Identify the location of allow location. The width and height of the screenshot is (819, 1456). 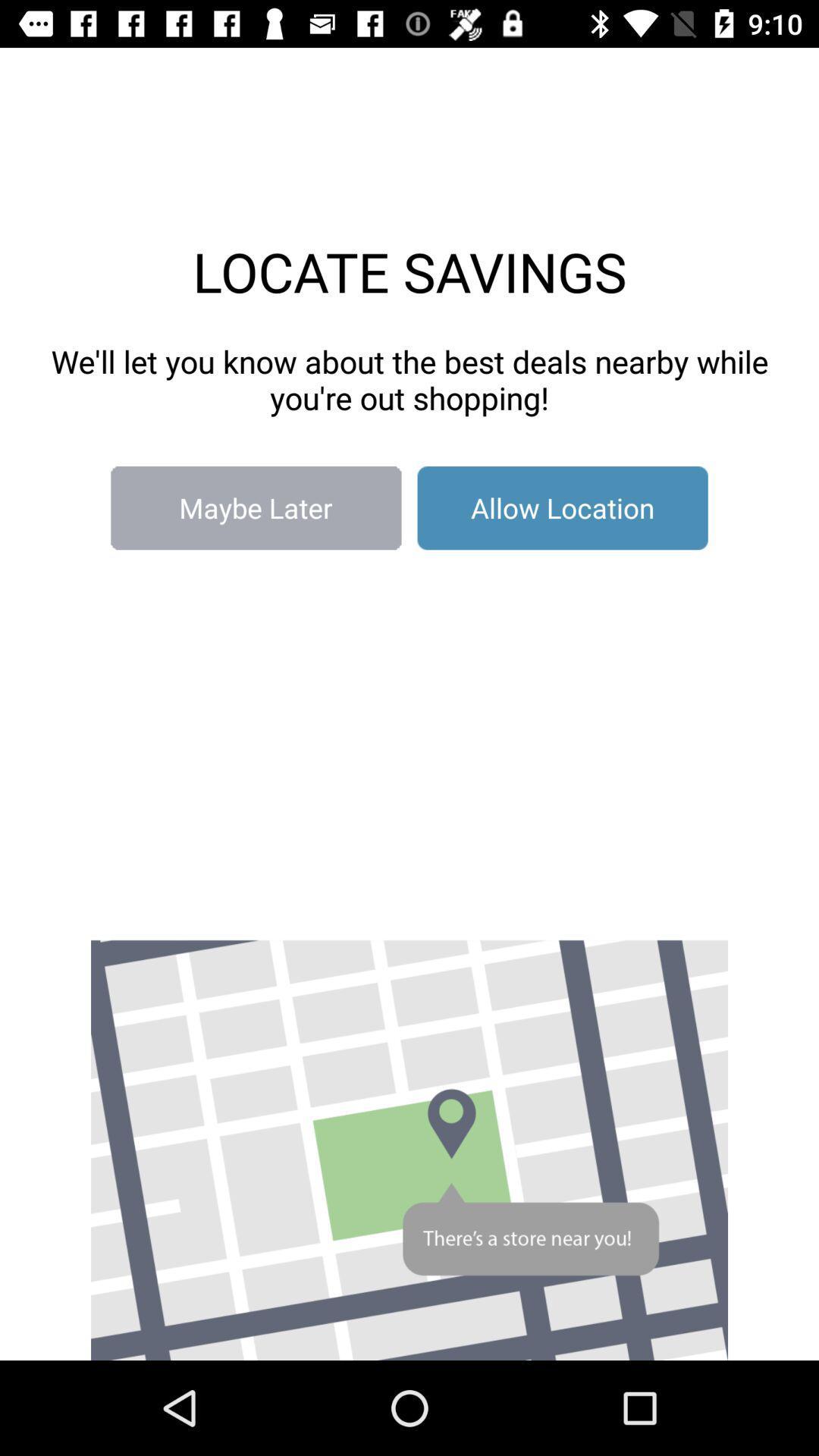
(563, 508).